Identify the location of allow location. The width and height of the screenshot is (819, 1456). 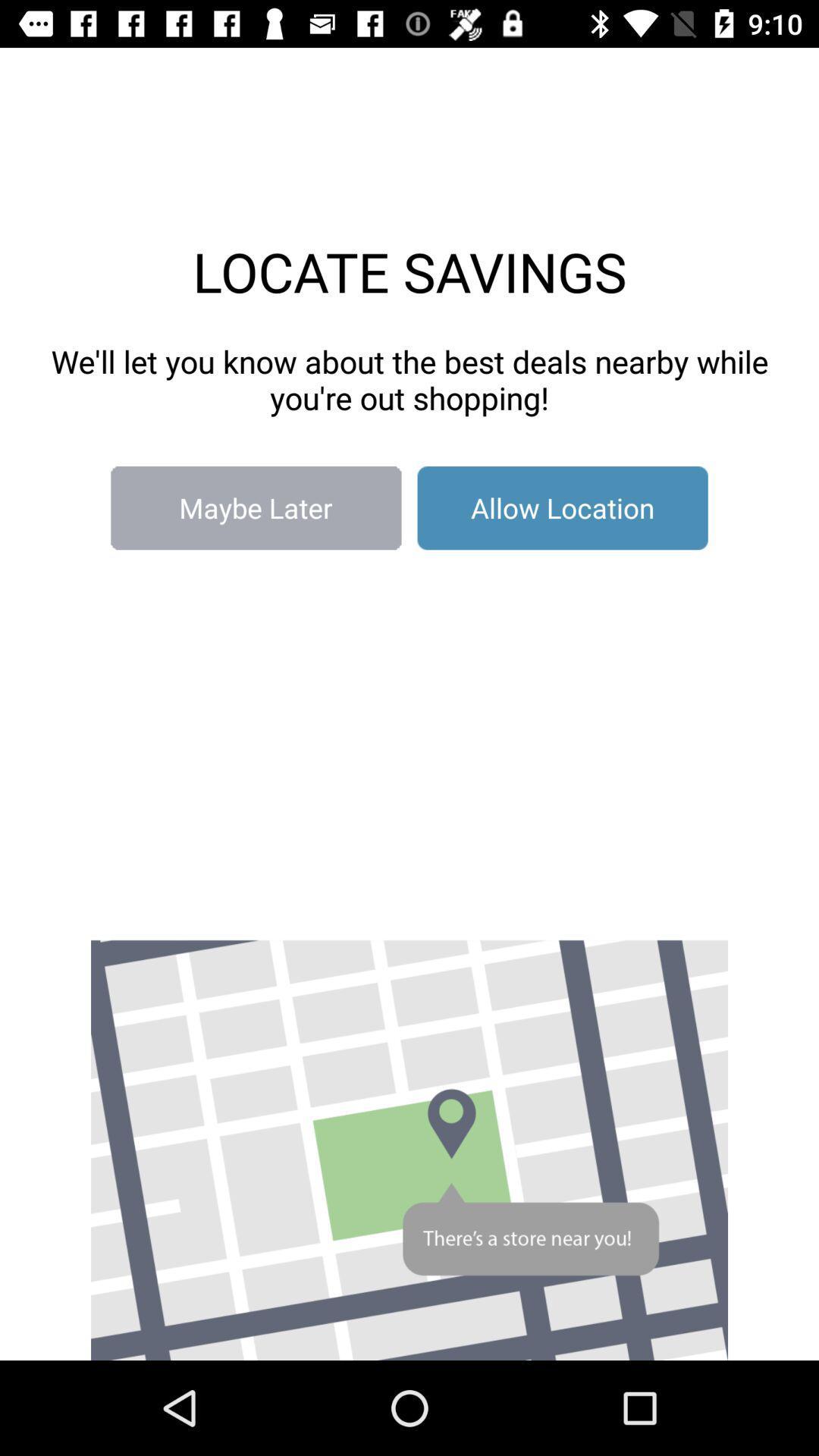
(563, 508).